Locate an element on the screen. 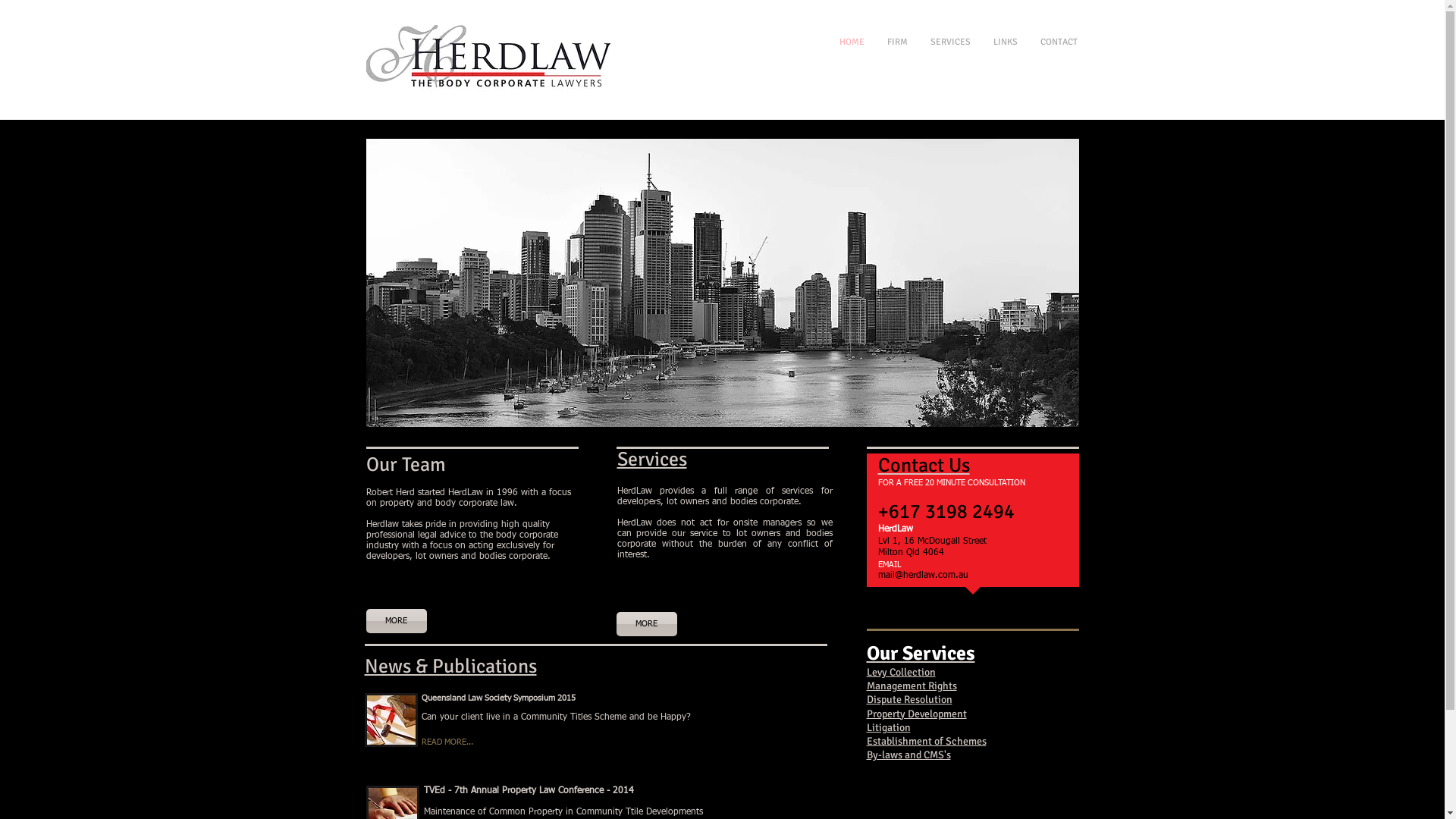 This screenshot has height=819, width=1456. 'Contact Us' is located at coordinates (923, 464).